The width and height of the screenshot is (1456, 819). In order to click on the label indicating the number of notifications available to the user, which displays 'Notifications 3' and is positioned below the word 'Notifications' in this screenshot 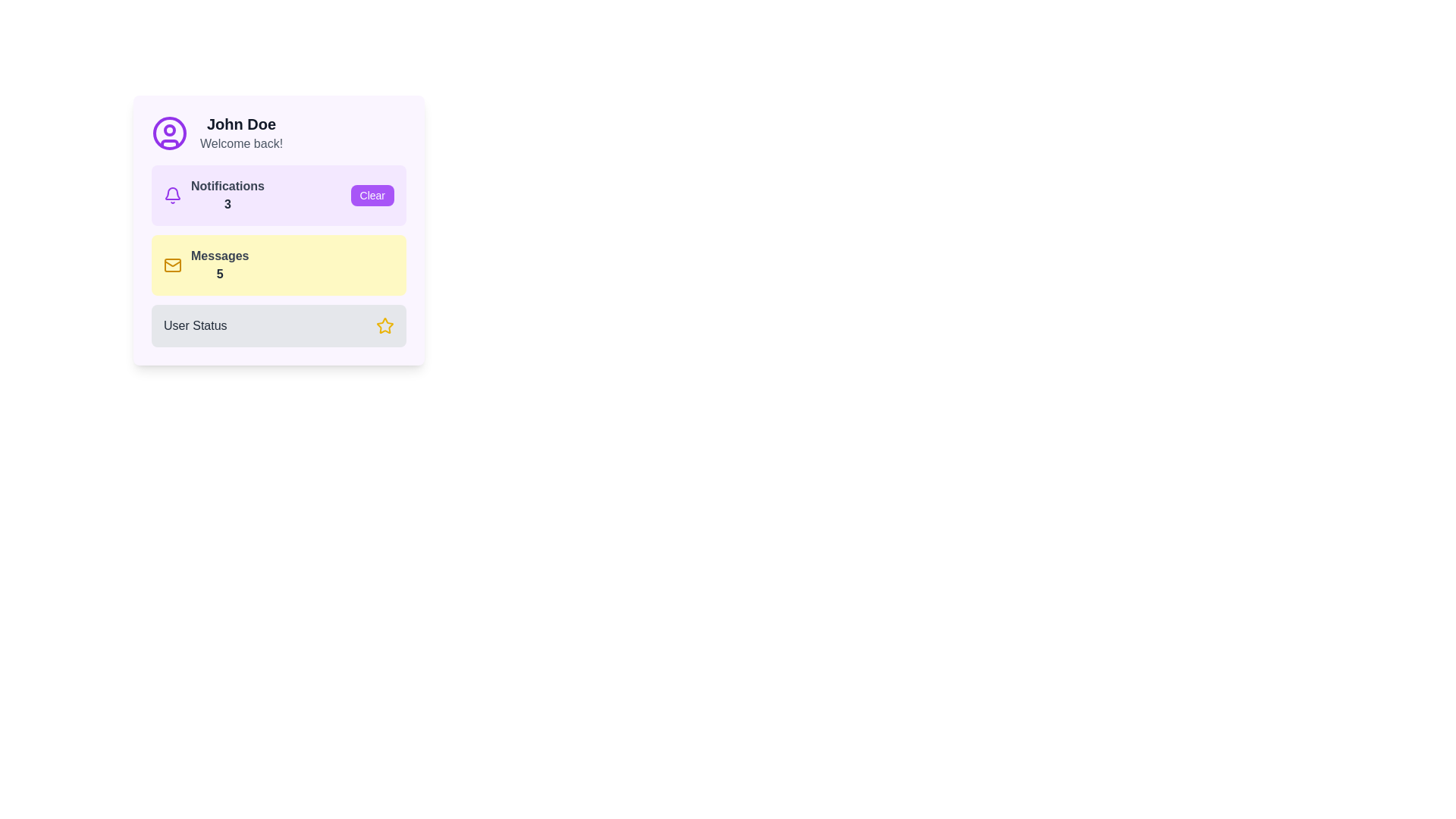, I will do `click(227, 203)`.